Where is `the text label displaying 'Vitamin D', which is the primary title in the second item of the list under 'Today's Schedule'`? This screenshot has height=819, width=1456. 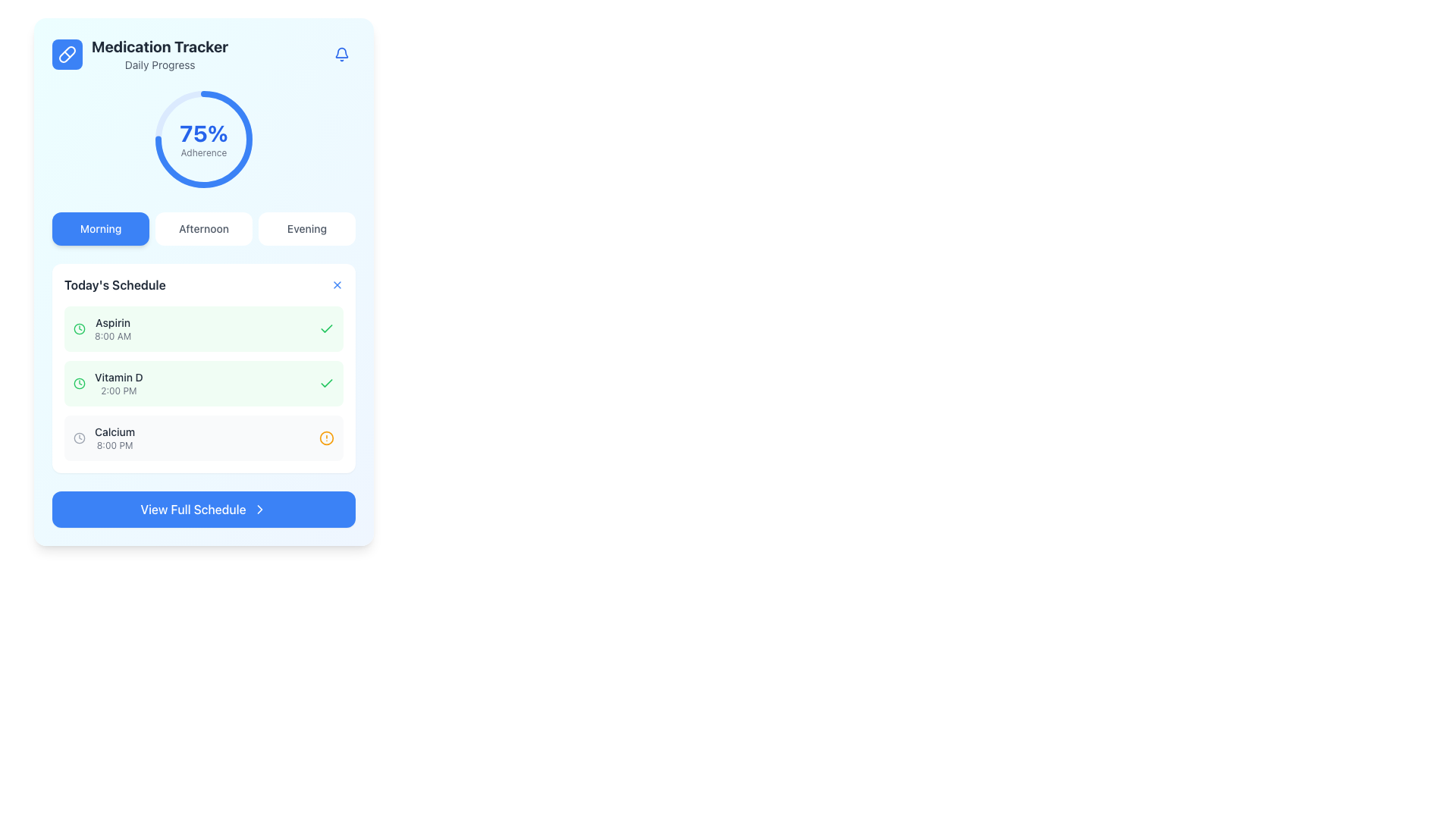 the text label displaying 'Vitamin D', which is the primary title in the second item of the list under 'Today's Schedule' is located at coordinates (118, 376).